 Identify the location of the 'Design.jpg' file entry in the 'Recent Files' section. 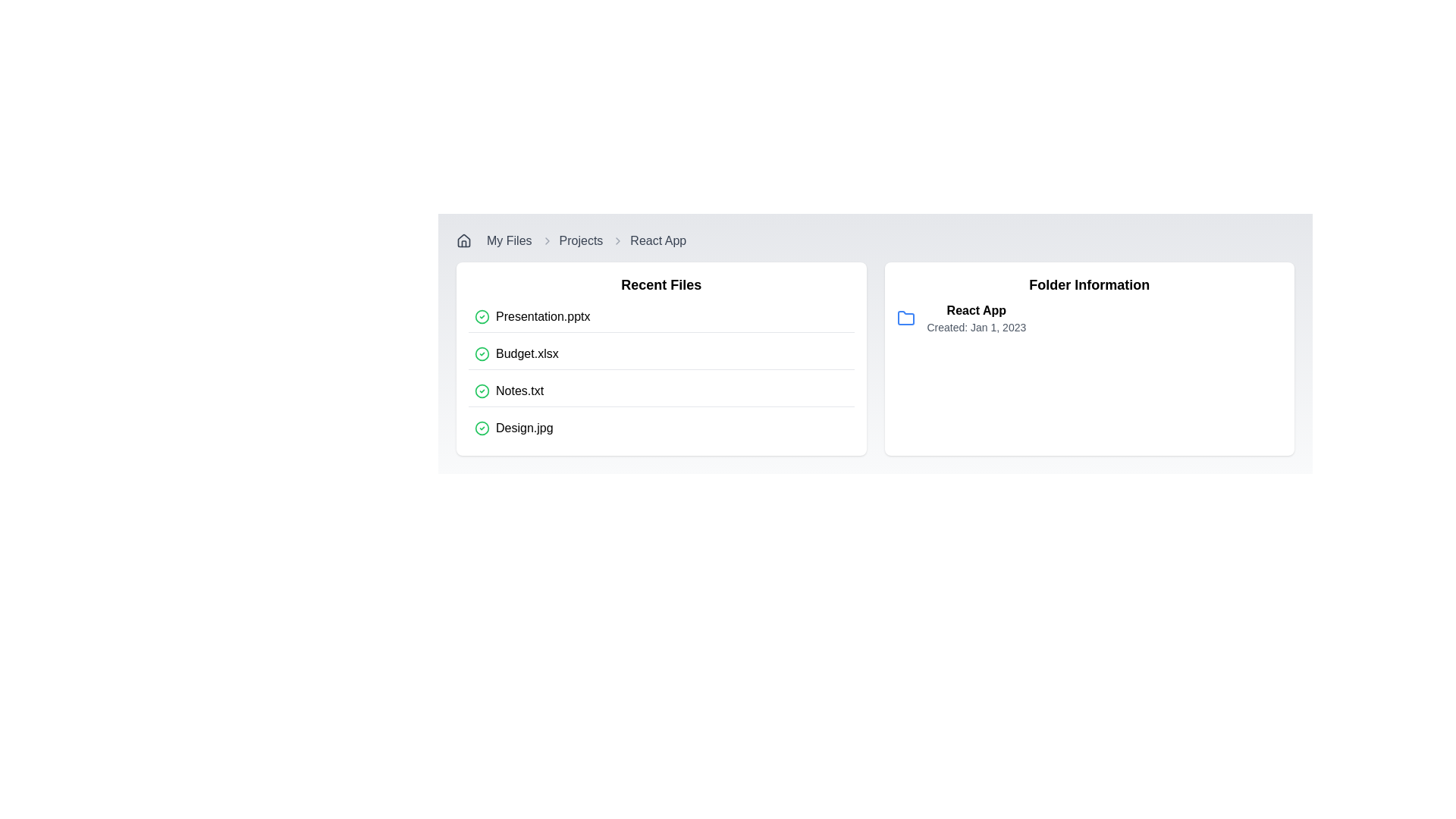
(661, 428).